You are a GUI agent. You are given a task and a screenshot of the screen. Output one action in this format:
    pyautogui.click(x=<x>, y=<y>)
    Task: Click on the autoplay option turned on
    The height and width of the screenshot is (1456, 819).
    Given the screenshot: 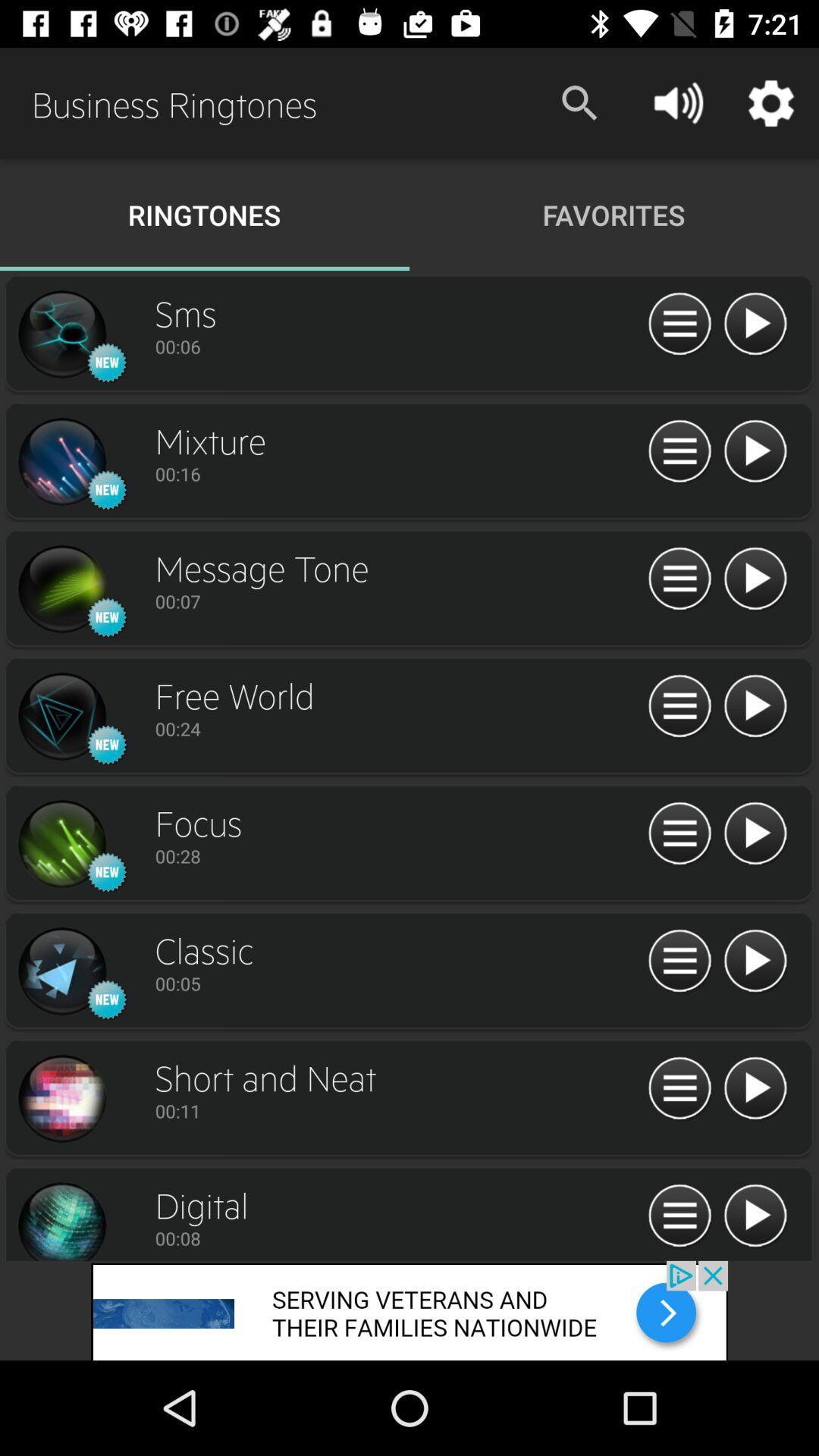 What is the action you would take?
    pyautogui.click(x=755, y=451)
    